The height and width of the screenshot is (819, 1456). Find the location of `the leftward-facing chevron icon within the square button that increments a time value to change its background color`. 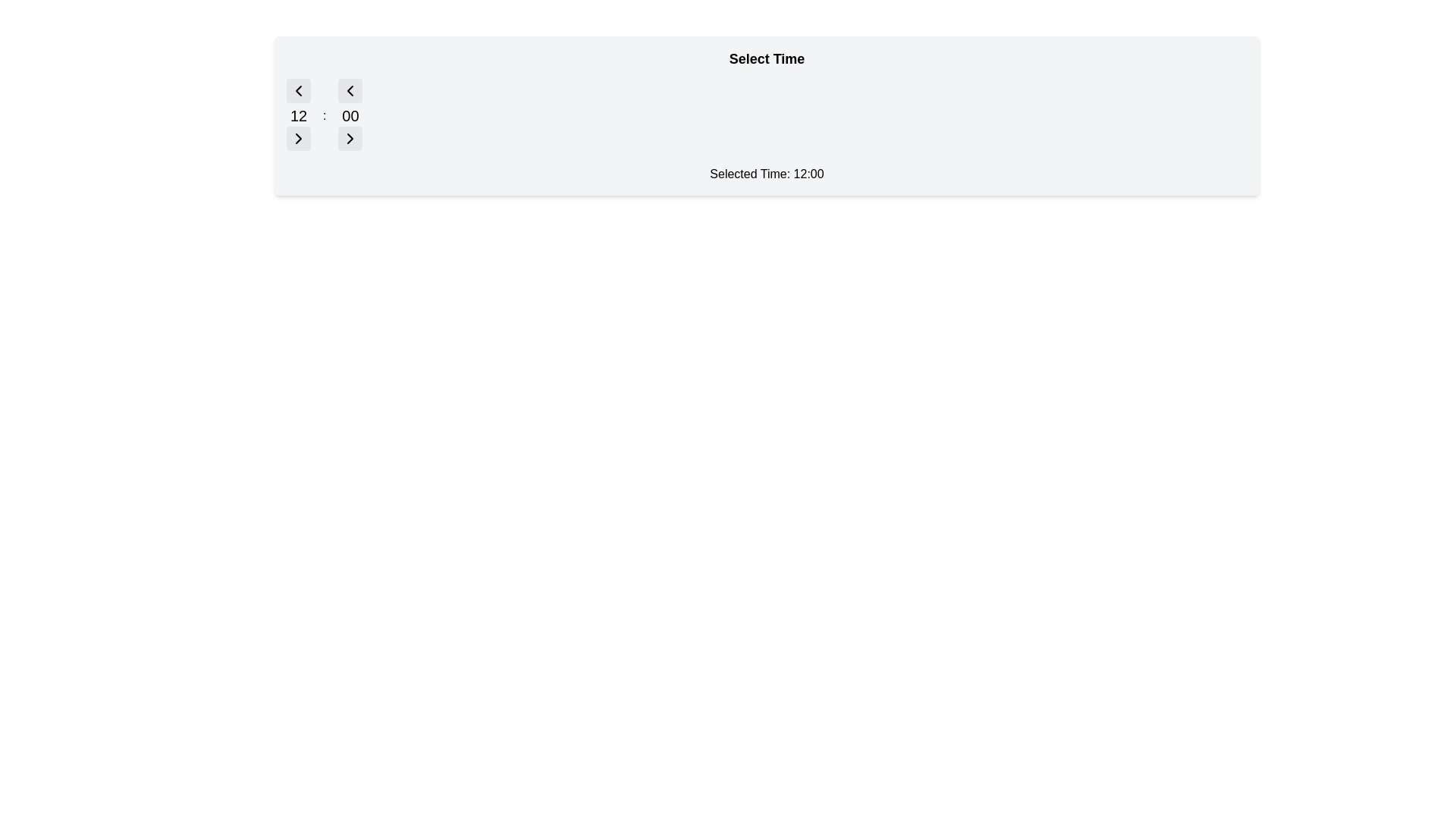

the leftward-facing chevron icon within the square button that increments a time value to change its background color is located at coordinates (298, 90).